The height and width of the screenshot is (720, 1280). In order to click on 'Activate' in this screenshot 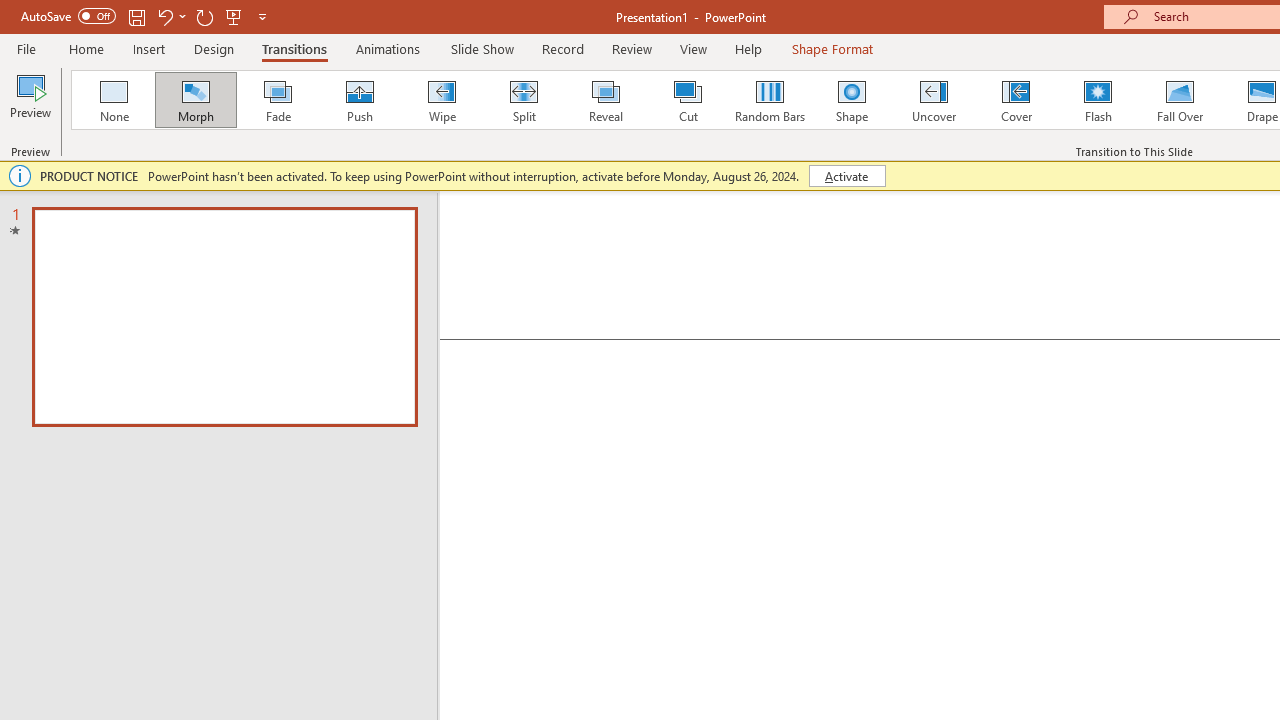, I will do `click(847, 175)`.